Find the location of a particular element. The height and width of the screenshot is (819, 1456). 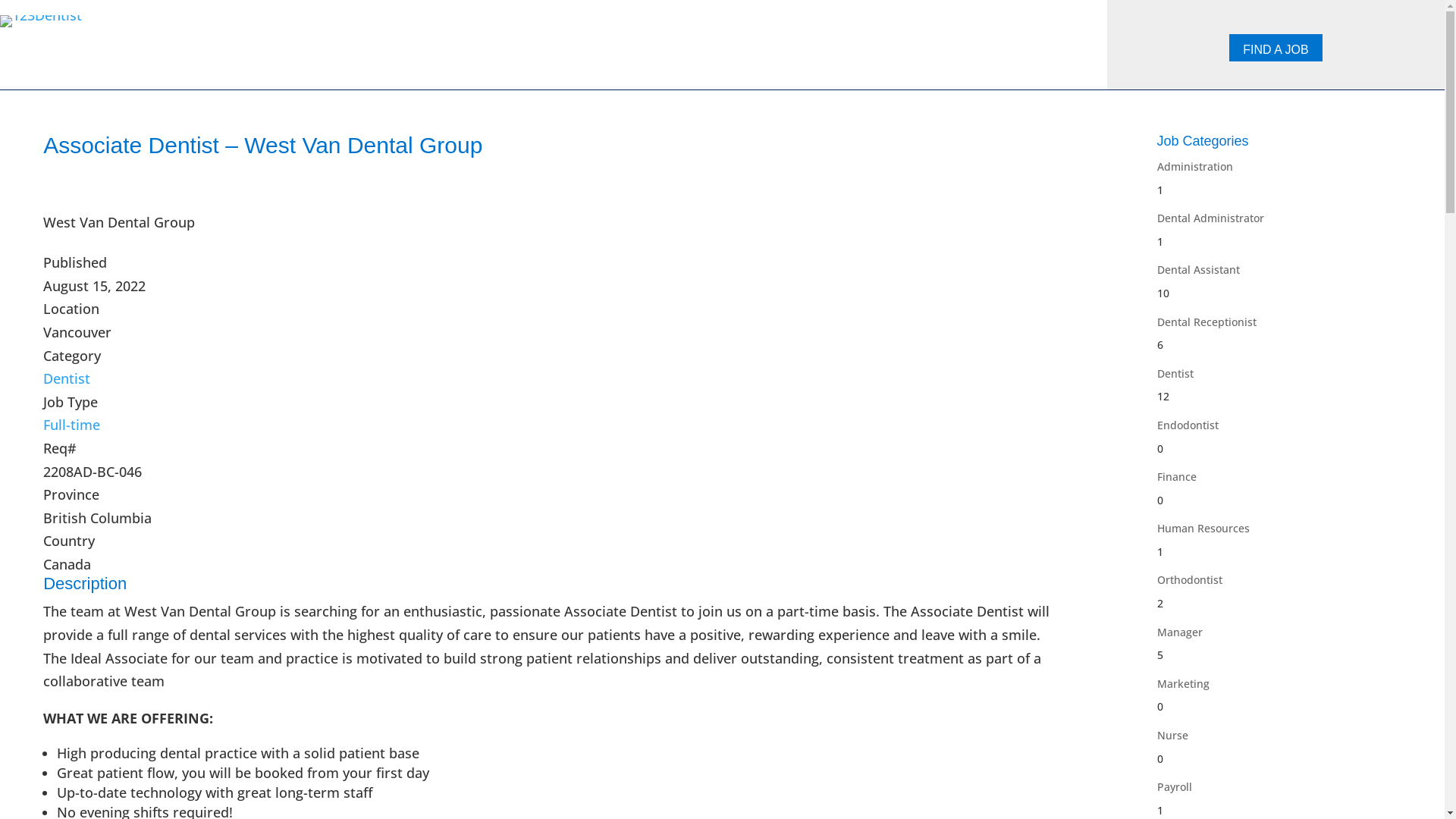

'Dental Assistant' is located at coordinates (1197, 268).